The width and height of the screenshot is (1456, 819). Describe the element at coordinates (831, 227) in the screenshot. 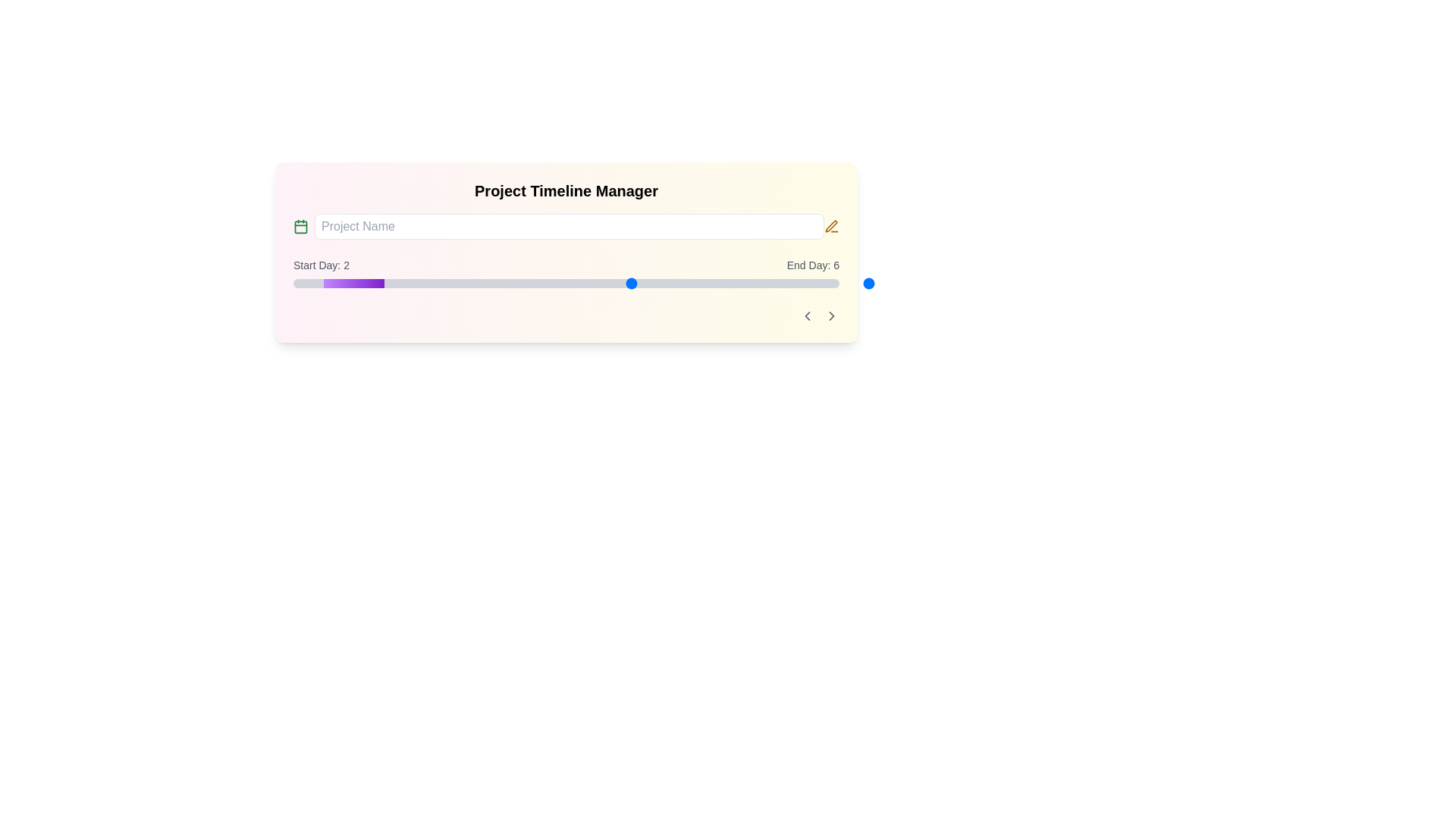

I see `the yellow pen icon located at the far-right end of the 'Project Name' text input field` at that location.